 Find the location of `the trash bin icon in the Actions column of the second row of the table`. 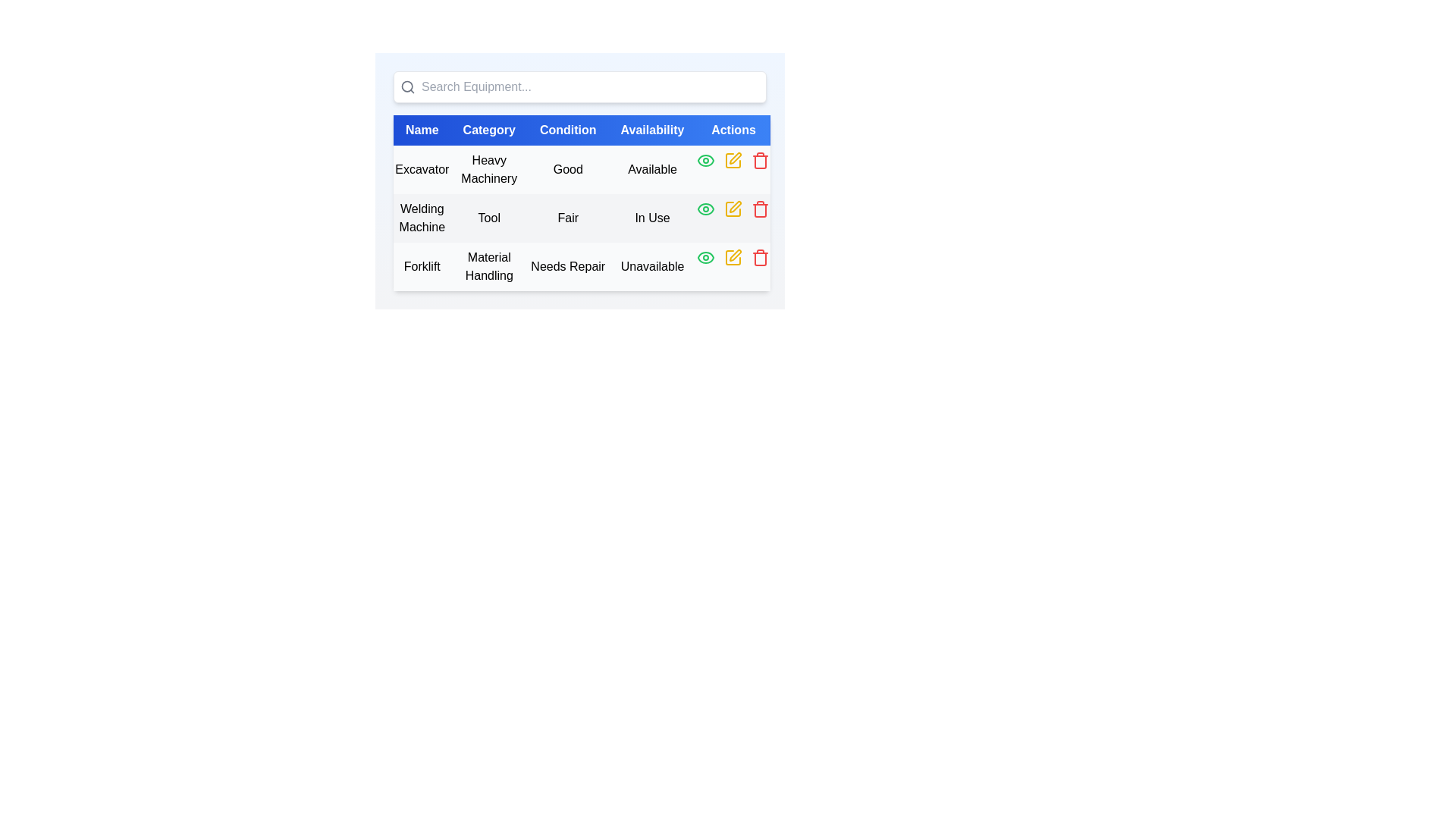

the trash bin icon in the Actions column of the second row of the table is located at coordinates (761, 209).